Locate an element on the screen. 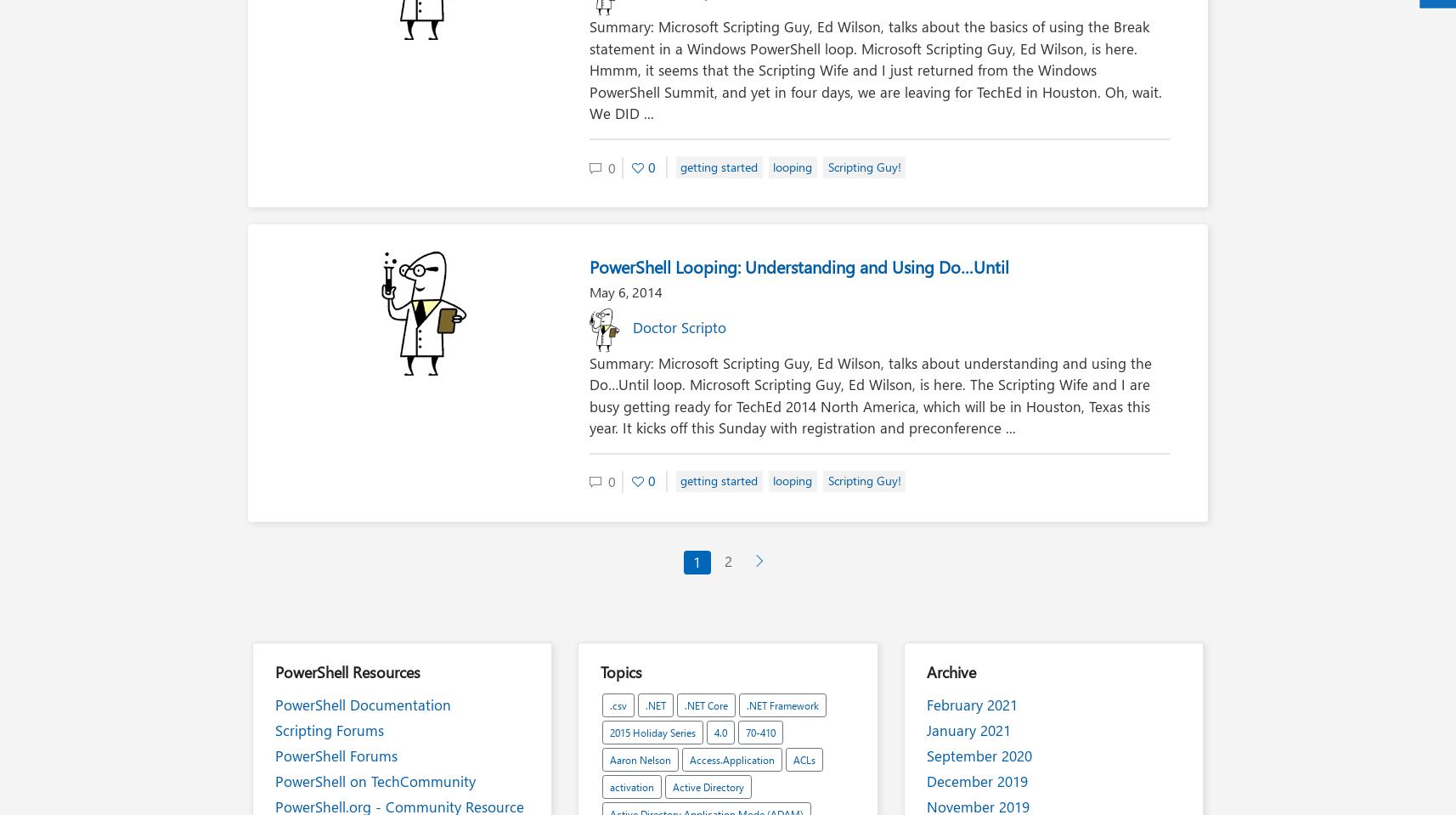 The image size is (1456, 815). 'December 2019' is located at coordinates (975, 779).